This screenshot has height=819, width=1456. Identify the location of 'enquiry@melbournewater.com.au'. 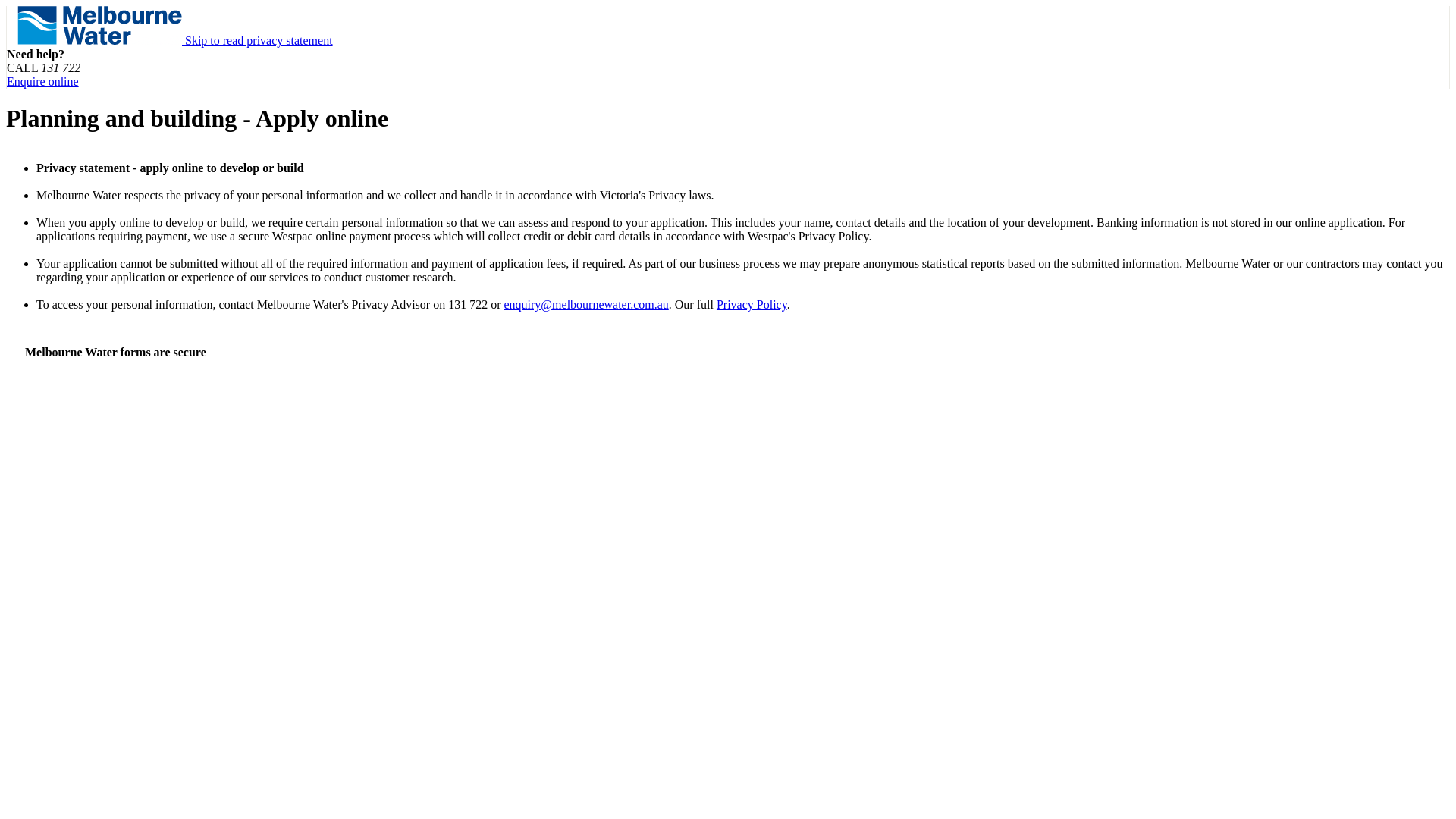
(585, 304).